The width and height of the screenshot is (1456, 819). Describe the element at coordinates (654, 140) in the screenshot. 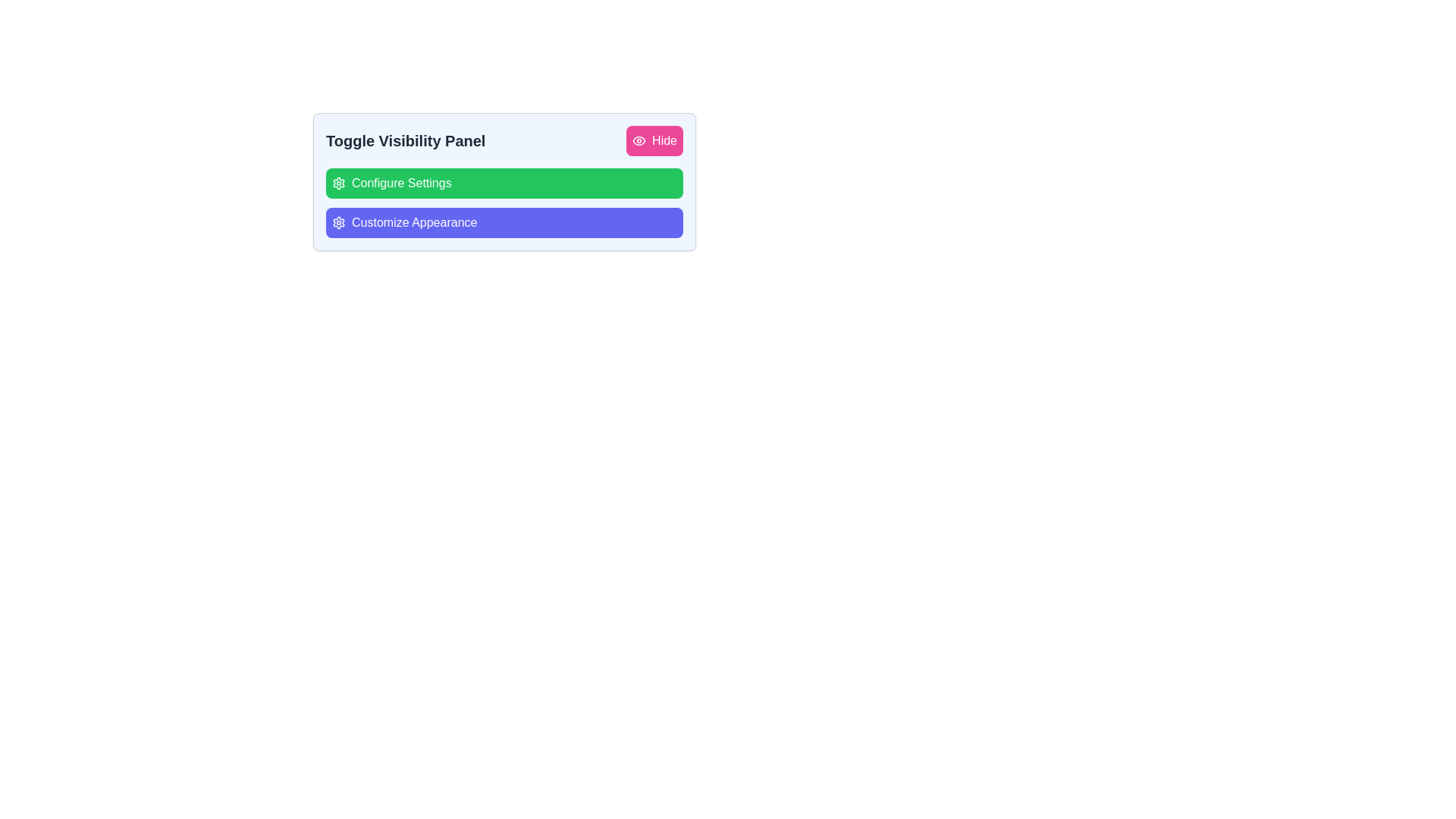

I see `the button on the far right of the 'Toggle Visibility Panel' section` at that location.